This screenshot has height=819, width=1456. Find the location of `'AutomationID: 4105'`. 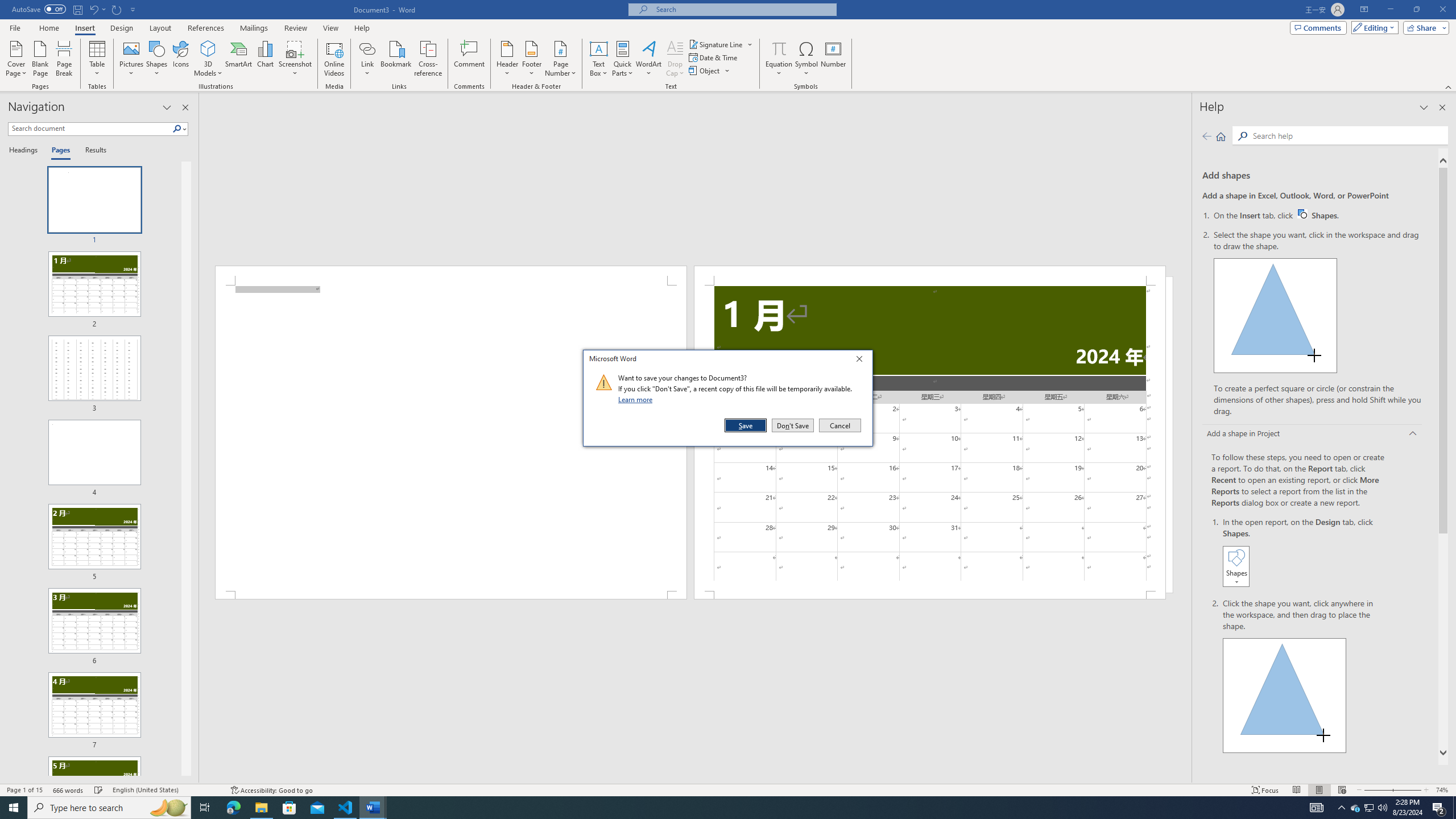

'AutomationID: 4105' is located at coordinates (1317, 806).